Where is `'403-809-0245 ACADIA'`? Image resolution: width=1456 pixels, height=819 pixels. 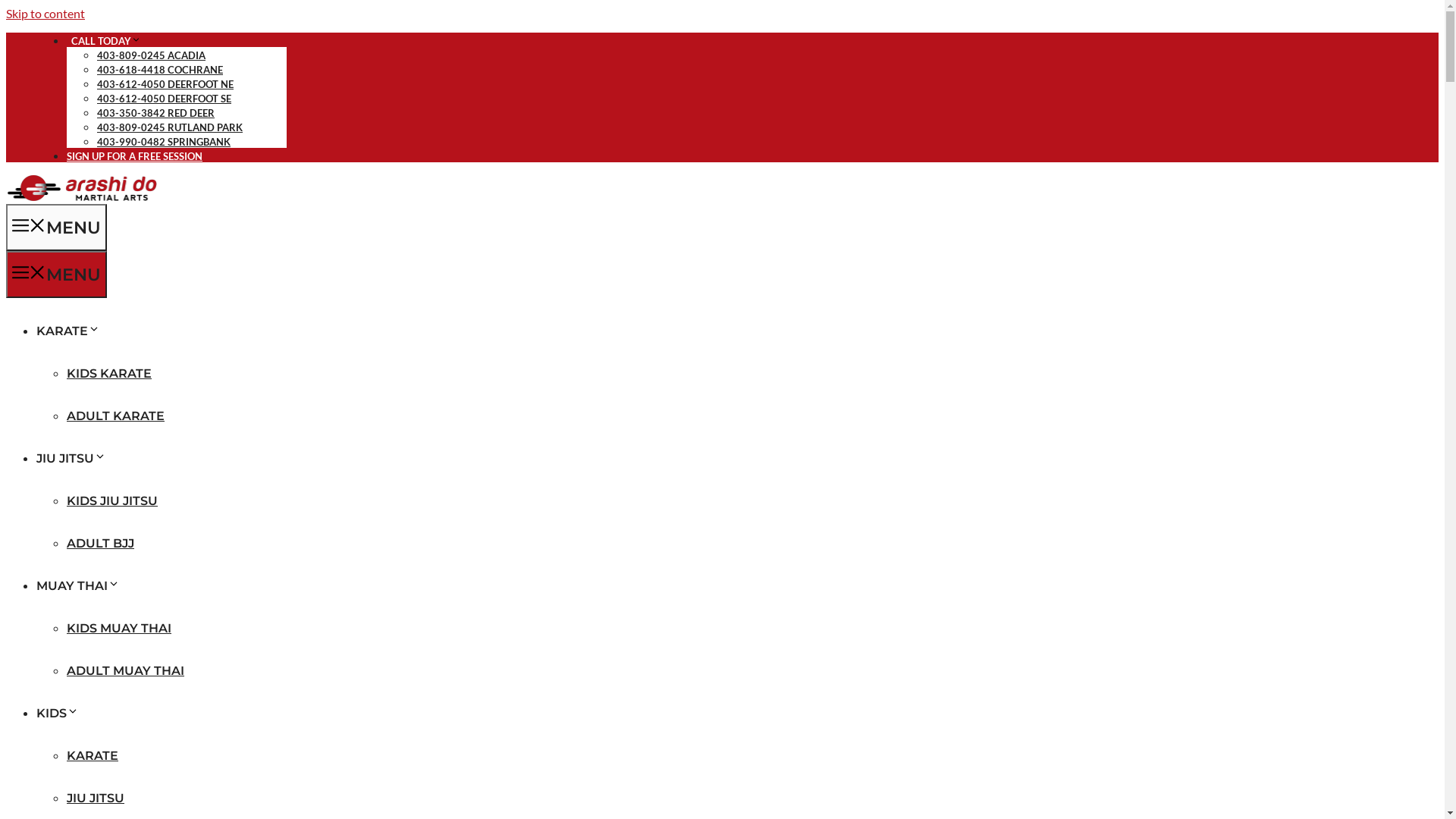
'403-809-0245 ACADIA' is located at coordinates (151, 55).